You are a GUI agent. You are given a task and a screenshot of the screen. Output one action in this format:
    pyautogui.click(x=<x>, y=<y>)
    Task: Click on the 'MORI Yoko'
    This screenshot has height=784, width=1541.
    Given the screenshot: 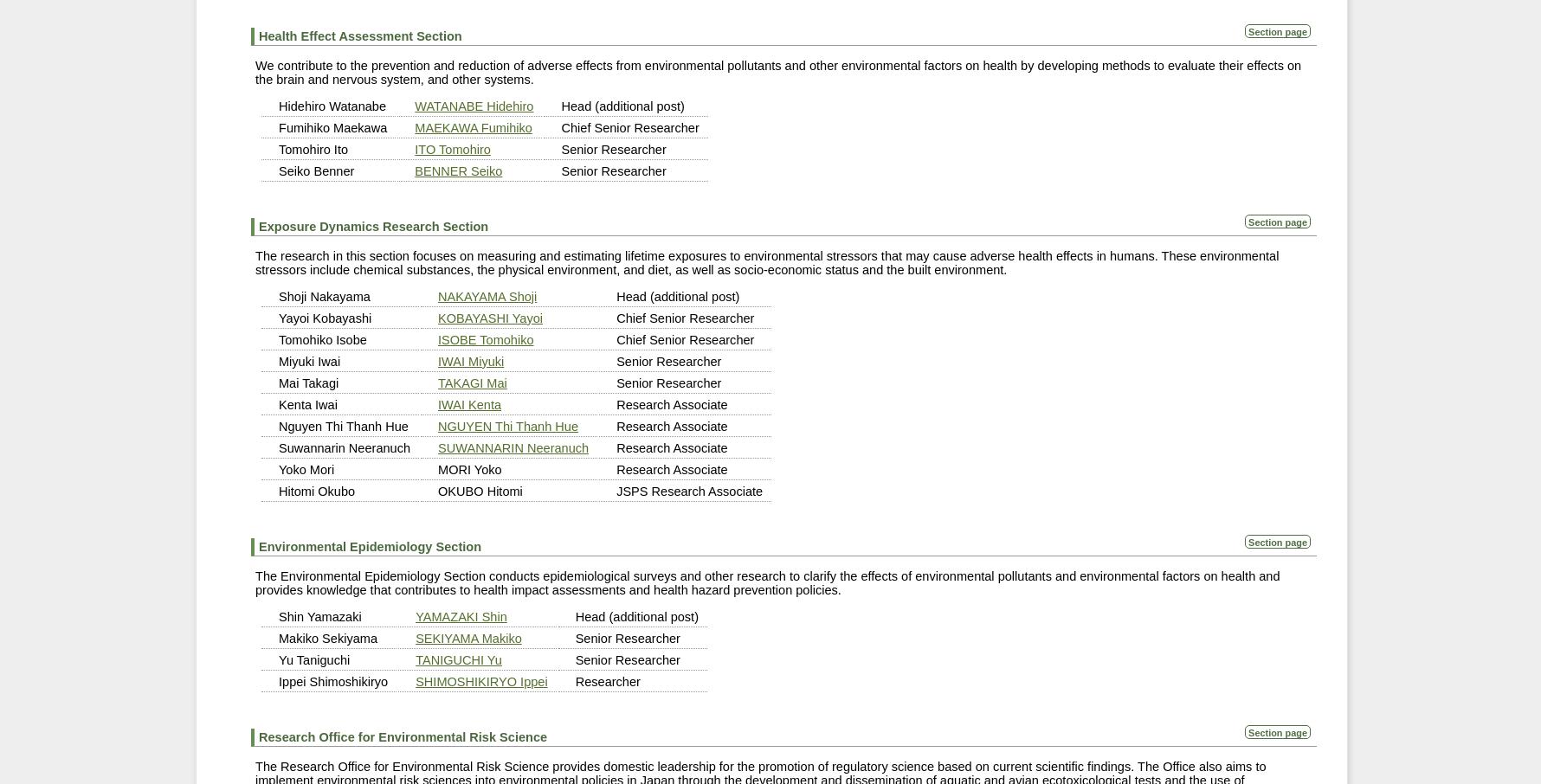 What is the action you would take?
    pyautogui.click(x=468, y=468)
    